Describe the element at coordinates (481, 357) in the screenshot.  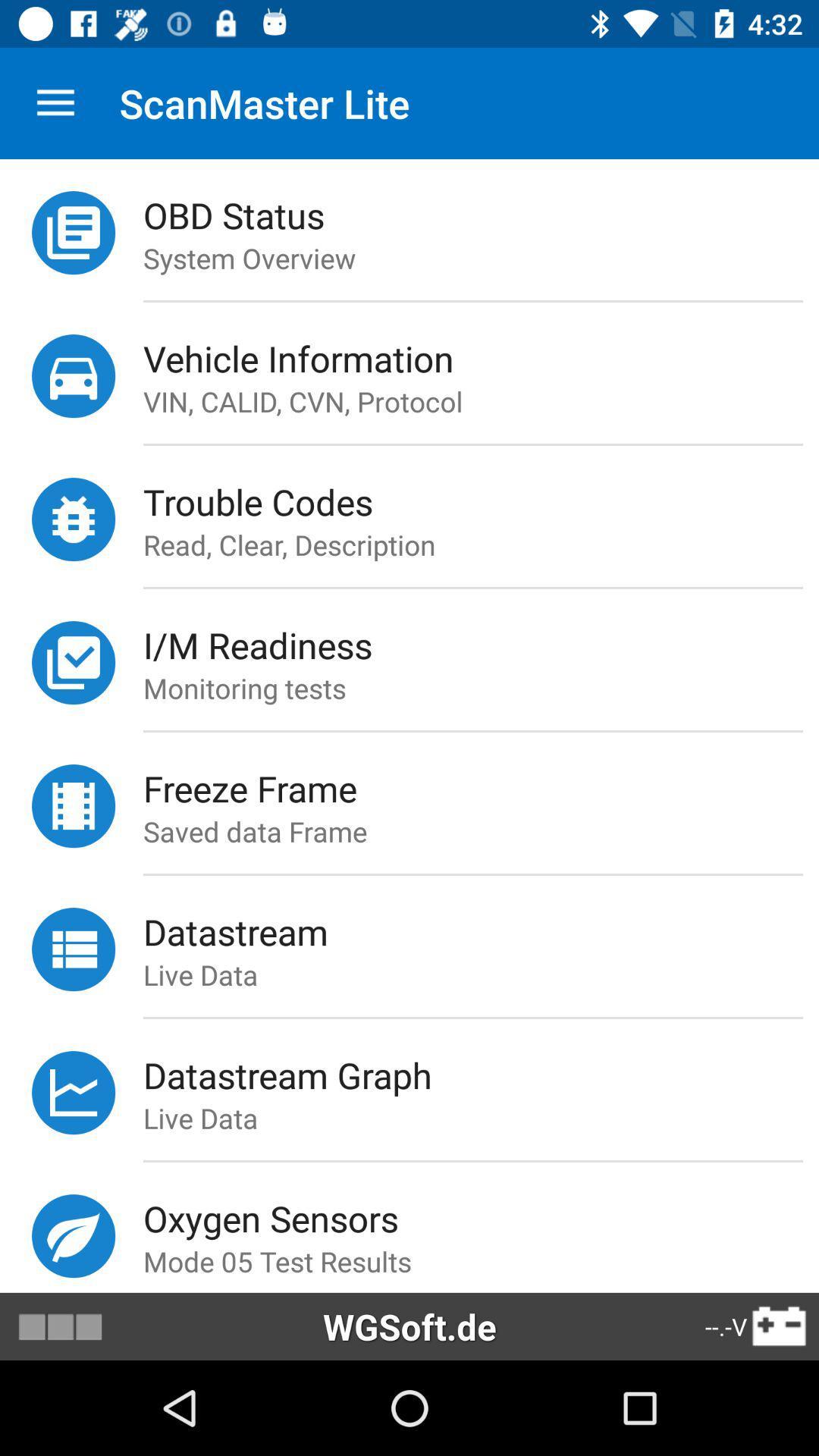
I see `vehicle information item` at that location.